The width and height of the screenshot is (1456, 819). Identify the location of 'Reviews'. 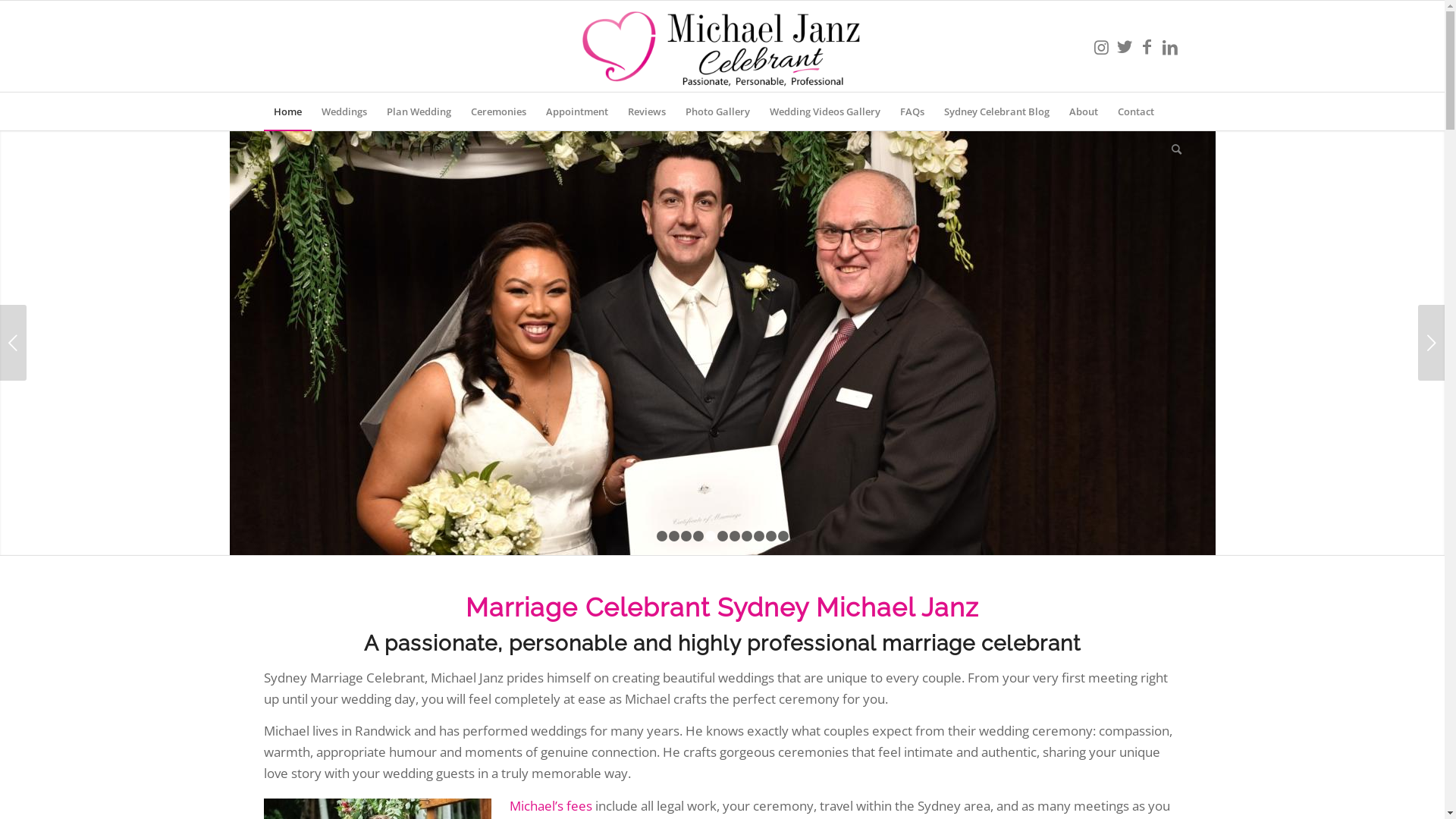
(645, 110).